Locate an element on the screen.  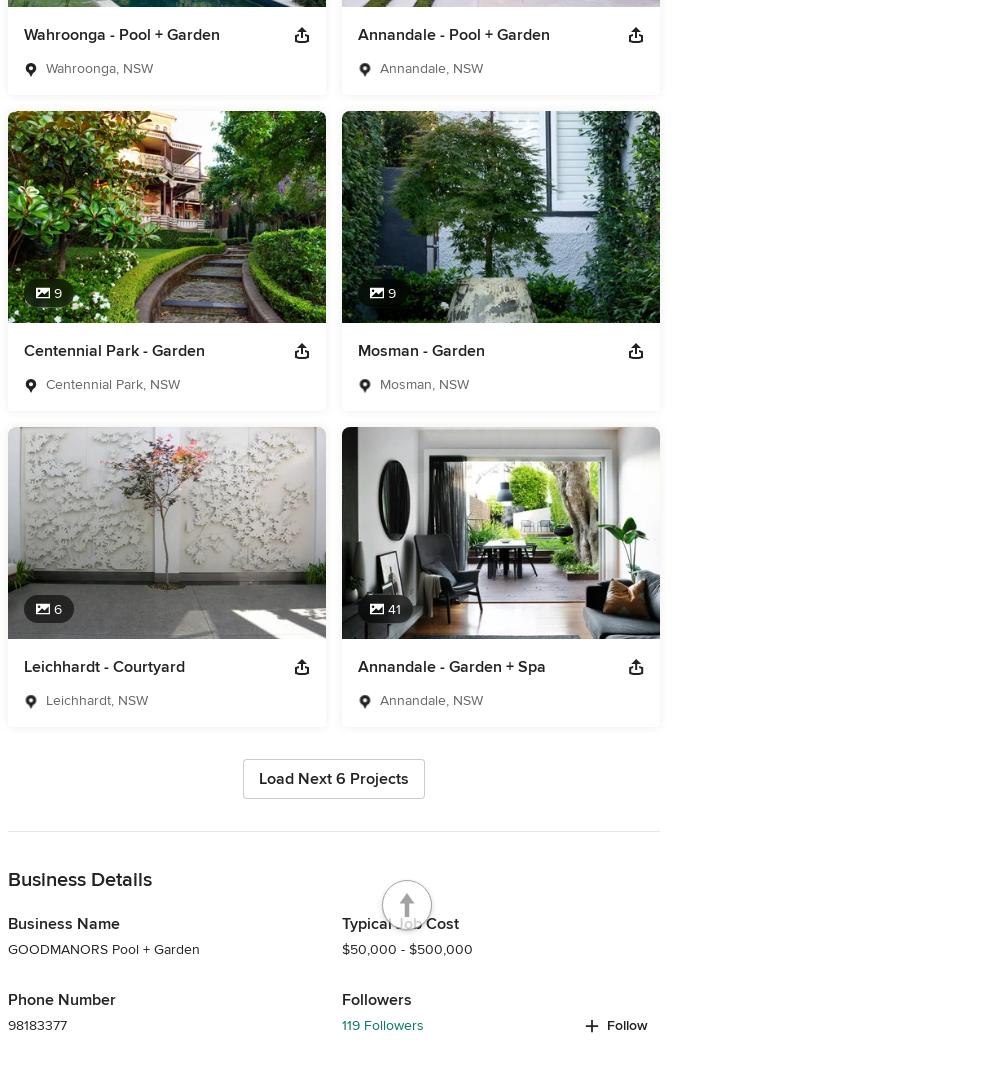
'$50,000 - $500,000' is located at coordinates (407, 949).